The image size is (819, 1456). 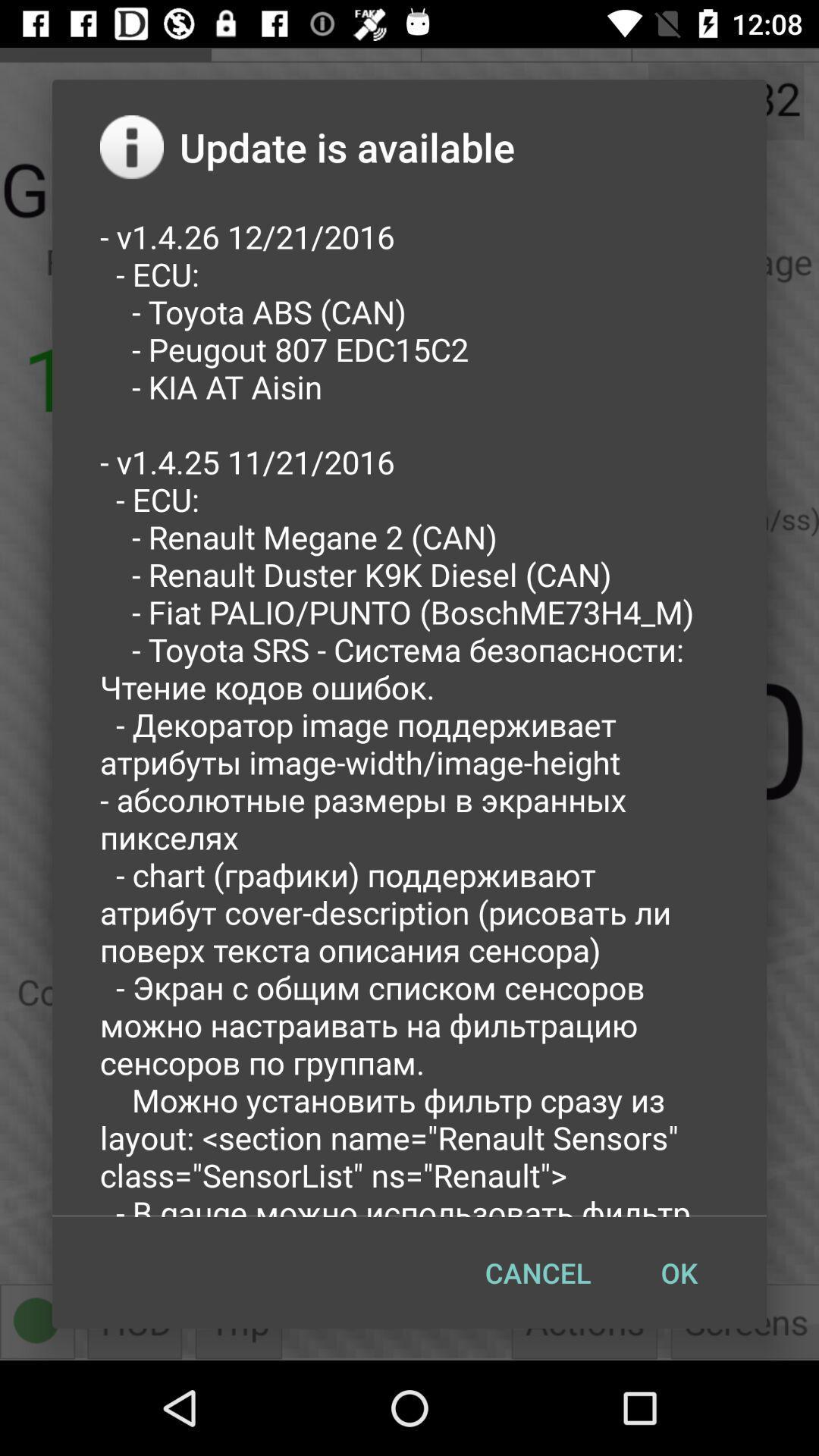 What do you see at coordinates (678, 1272) in the screenshot?
I see `the button to the right of the cancel item` at bounding box center [678, 1272].